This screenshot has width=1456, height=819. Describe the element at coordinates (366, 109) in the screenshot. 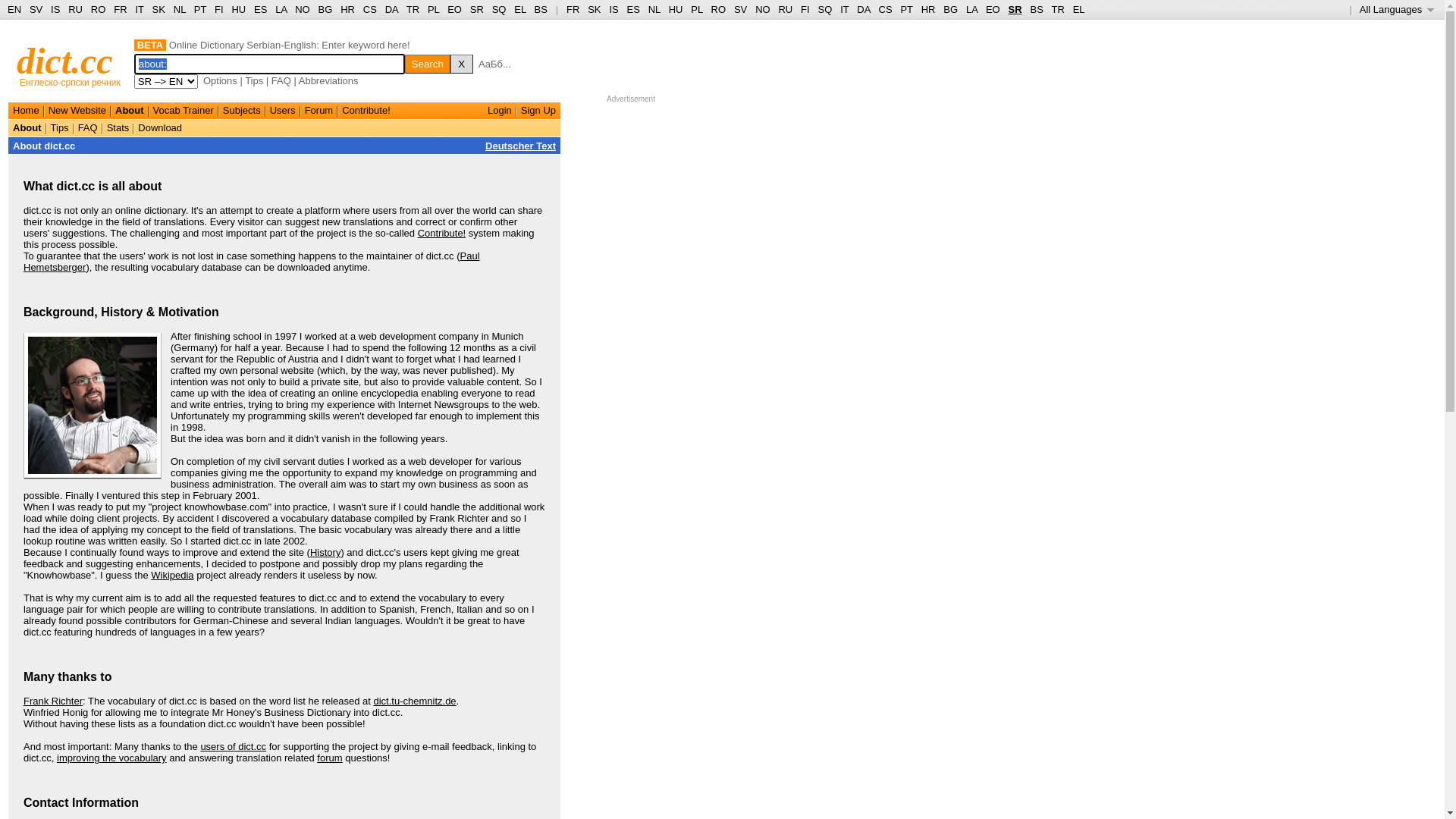

I see `'Contribute!'` at that location.